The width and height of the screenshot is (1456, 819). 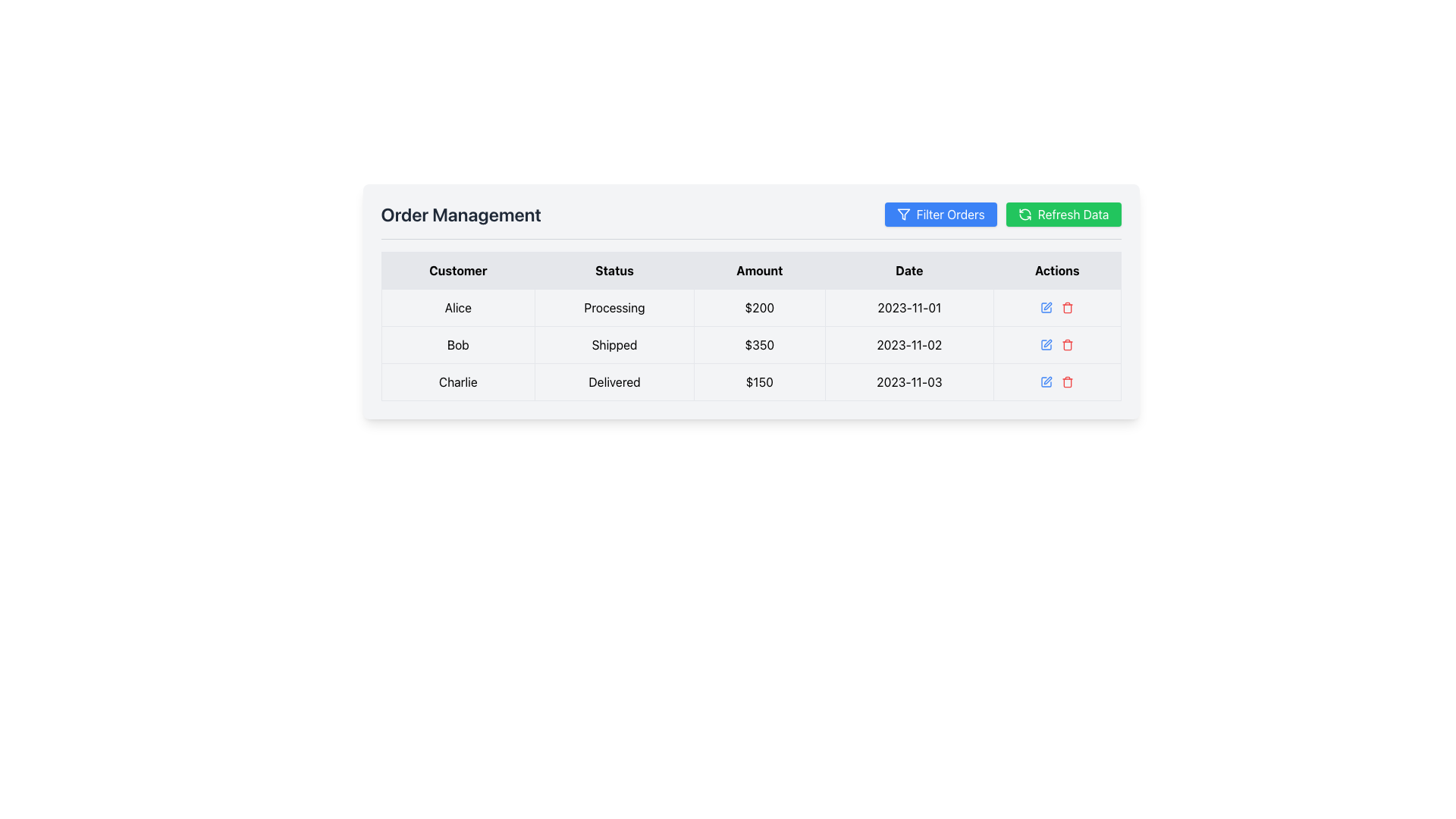 I want to click on the Text Display element showing the date '2023-11-03' in the 'Date' column of the third row, which is centrally aligned within a bordered box, so click(x=909, y=381).